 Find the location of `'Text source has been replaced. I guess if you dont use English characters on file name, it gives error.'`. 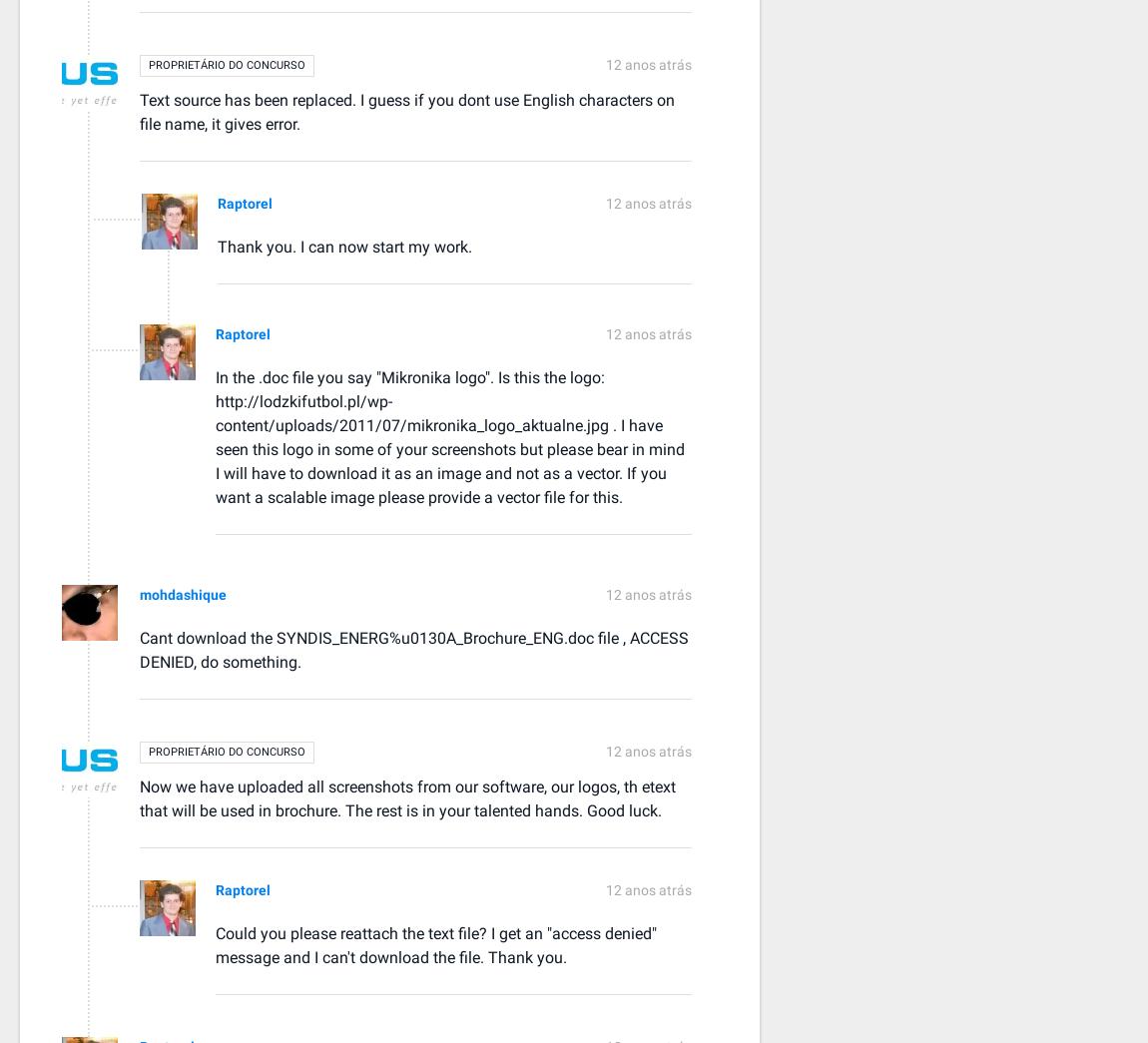

'Text source has been replaced. I guess if you dont use English characters on file name, it gives error.' is located at coordinates (138, 111).